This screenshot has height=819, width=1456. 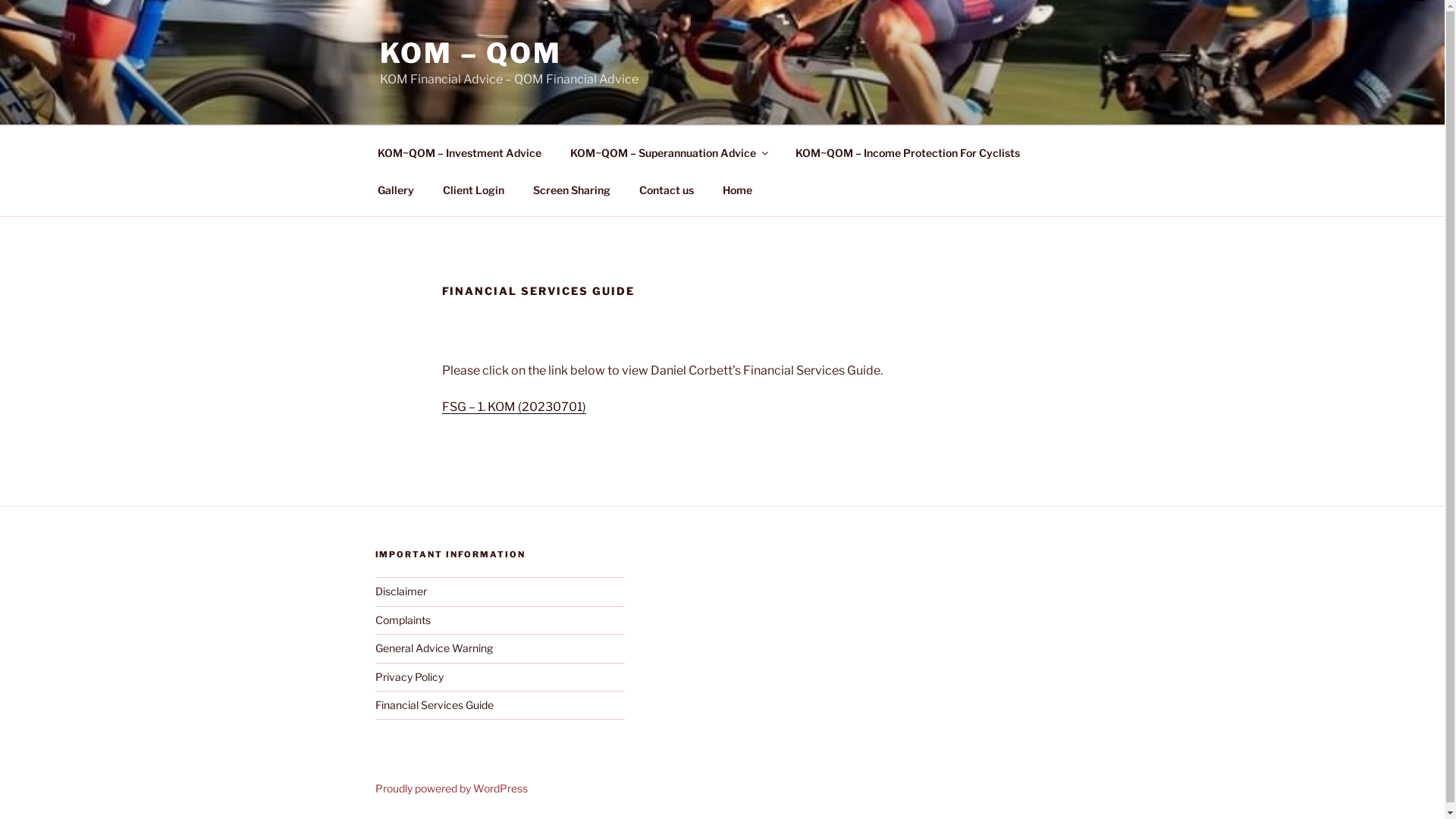 I want to click on 'General Advice Warning', so click(x=432, y=648).